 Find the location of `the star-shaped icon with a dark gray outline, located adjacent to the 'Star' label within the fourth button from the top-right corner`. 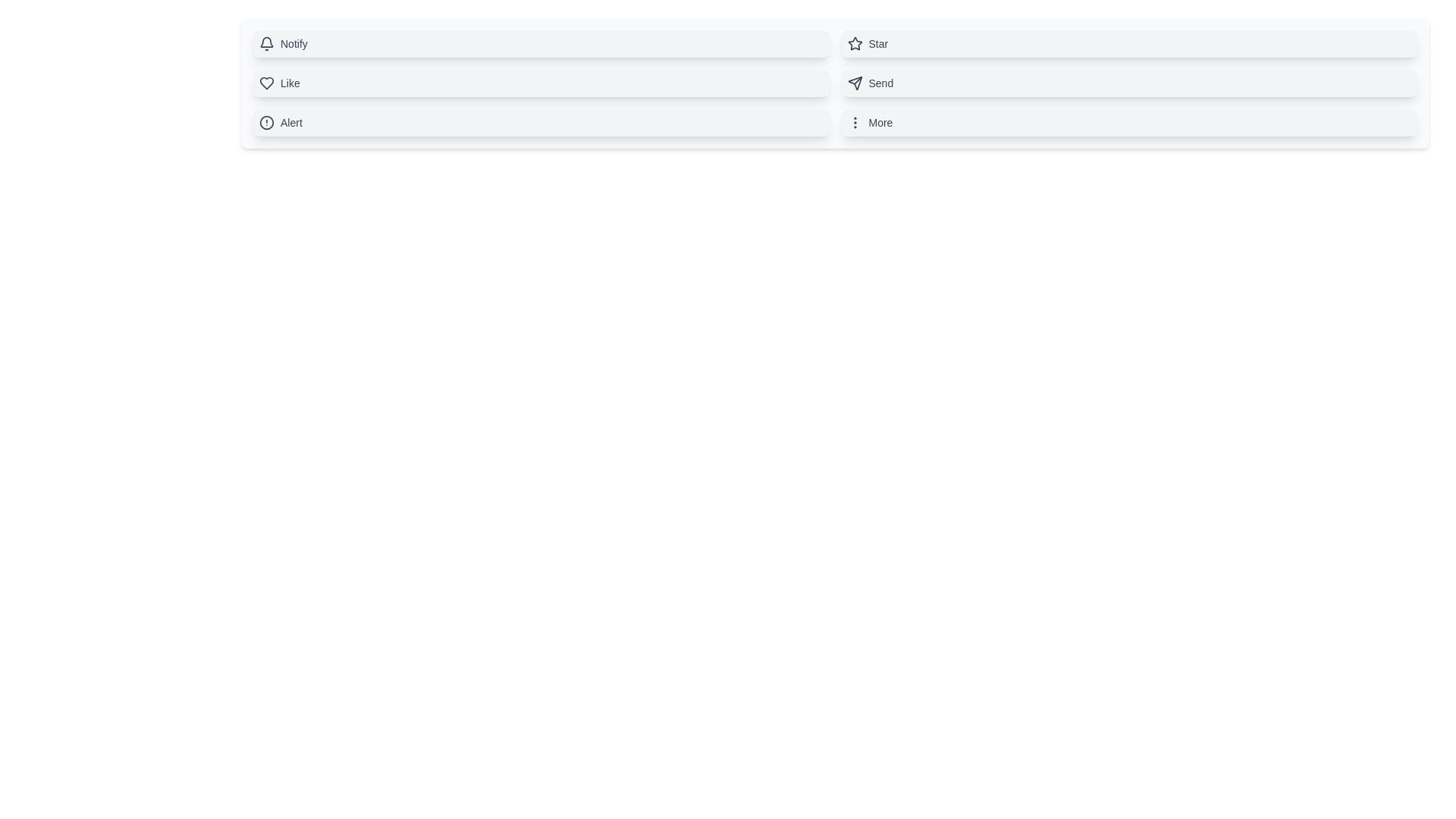

the star-shaped icon with a dark gray outline, located adjacent to the 'Star' label within the fourth button from the top-right corner is located at coordinates (855, 42).